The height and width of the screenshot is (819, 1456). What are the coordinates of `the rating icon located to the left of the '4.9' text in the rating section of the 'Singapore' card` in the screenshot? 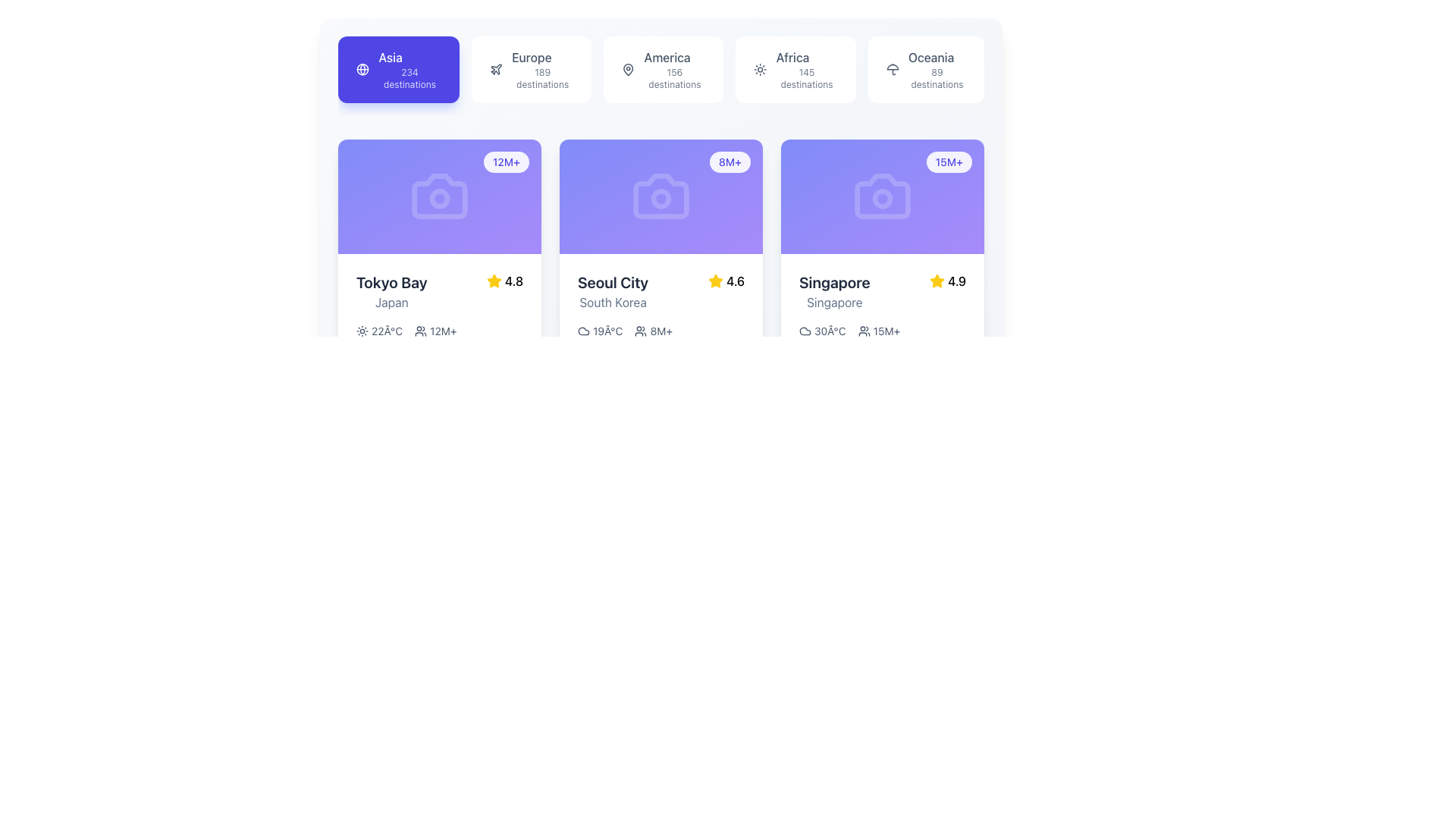 It's located at (937, 281).